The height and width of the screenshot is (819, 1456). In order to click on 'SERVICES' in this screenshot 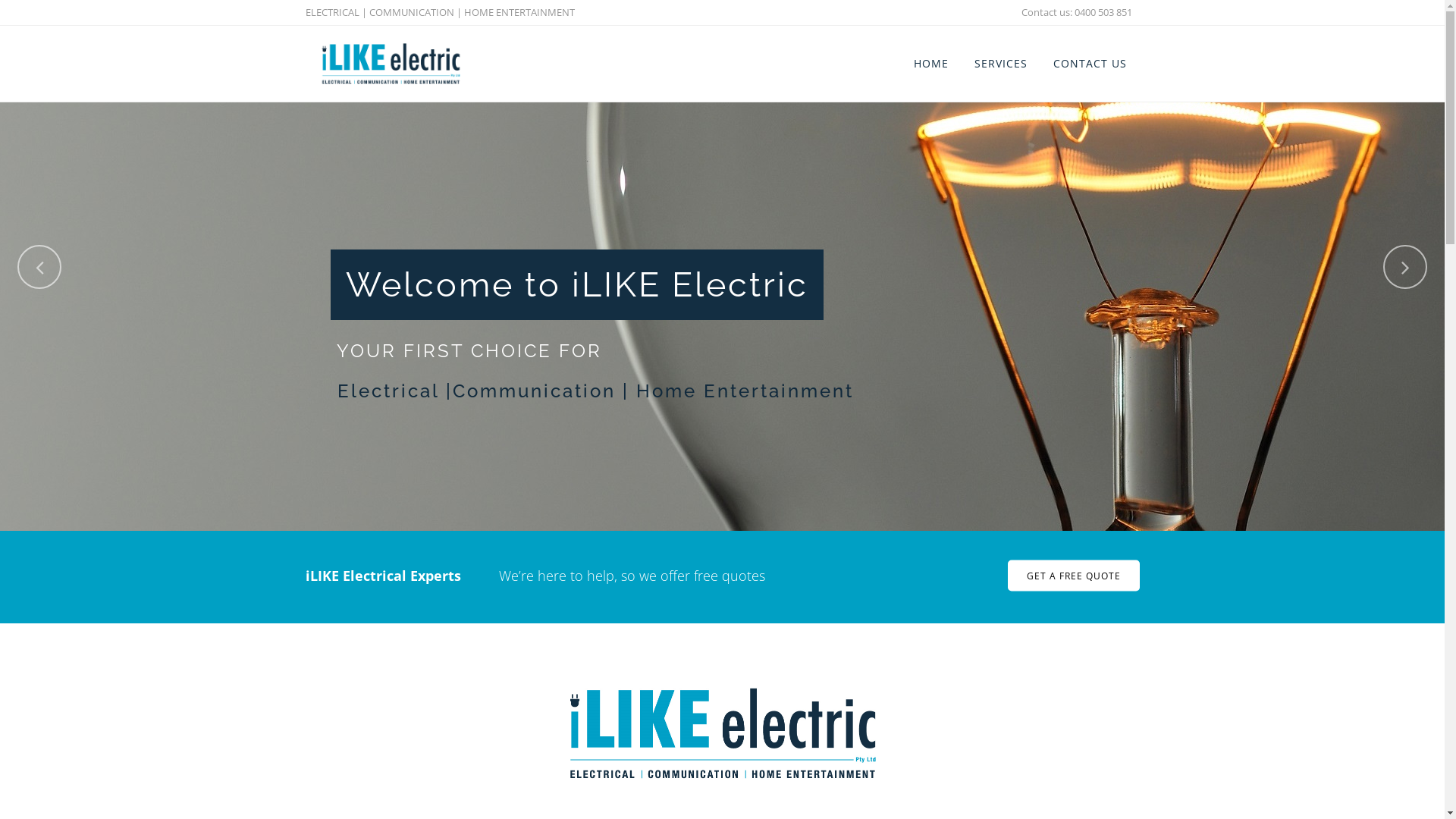, I will do `click(1001, 63)`.